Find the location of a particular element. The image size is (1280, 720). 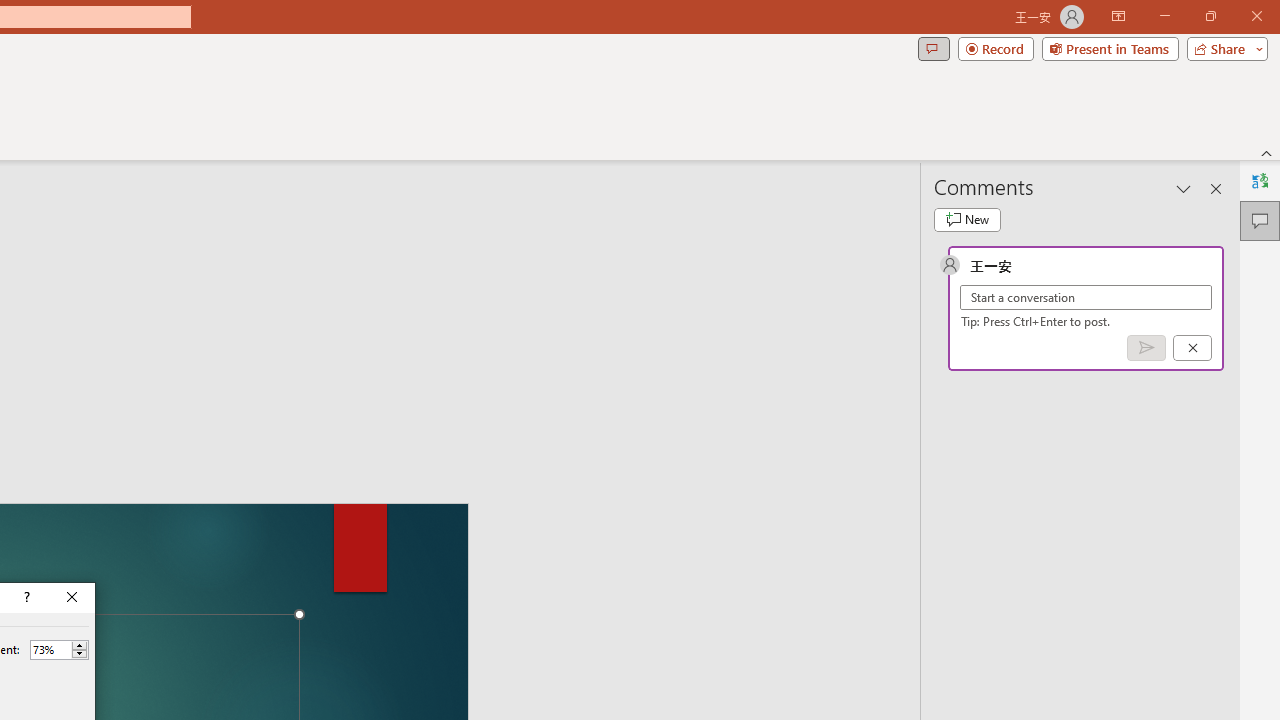

'More' is located at coordinates (79, 645).